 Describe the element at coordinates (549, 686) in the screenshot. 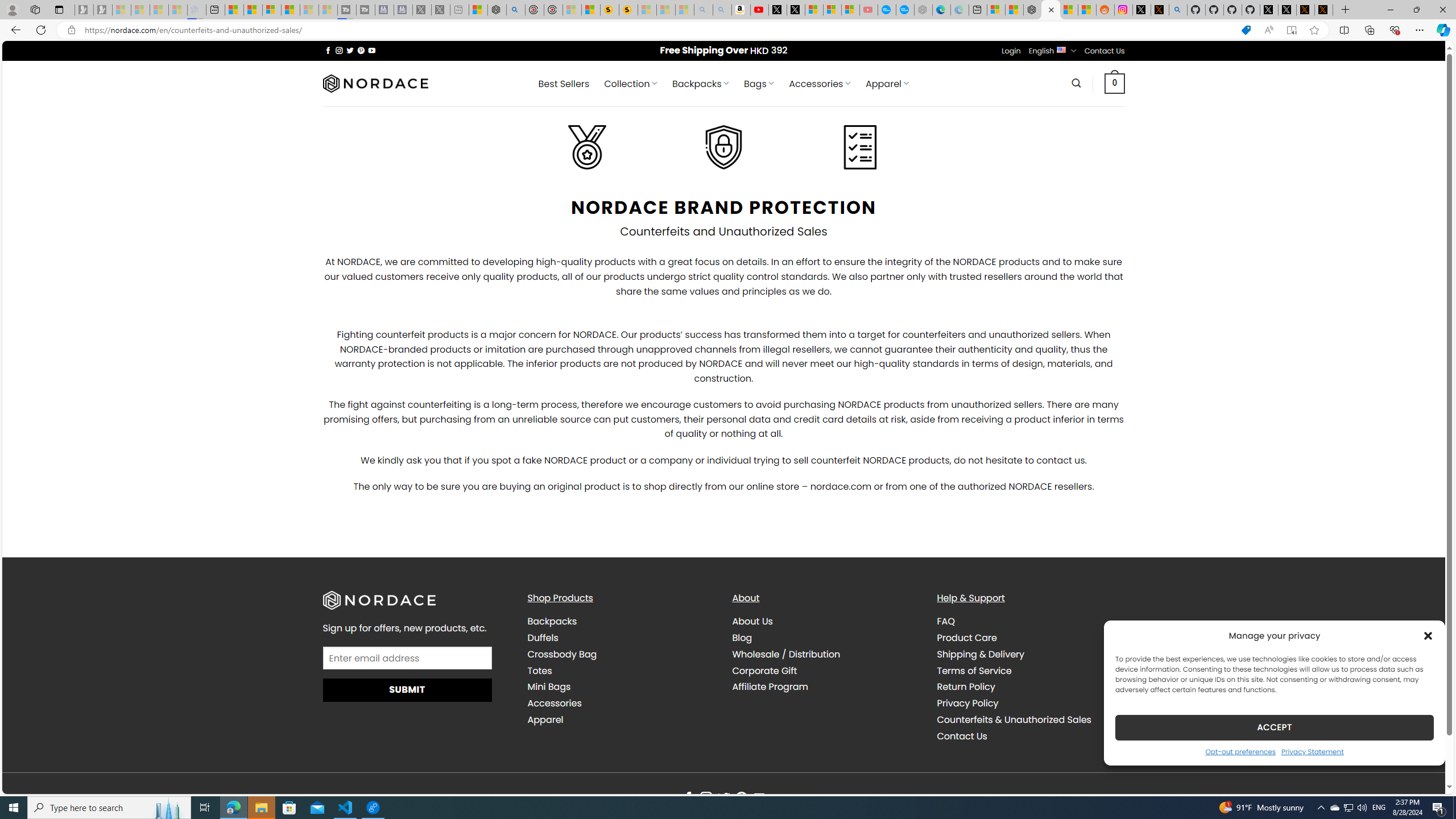

I see `'Mini Bags'` at that location.